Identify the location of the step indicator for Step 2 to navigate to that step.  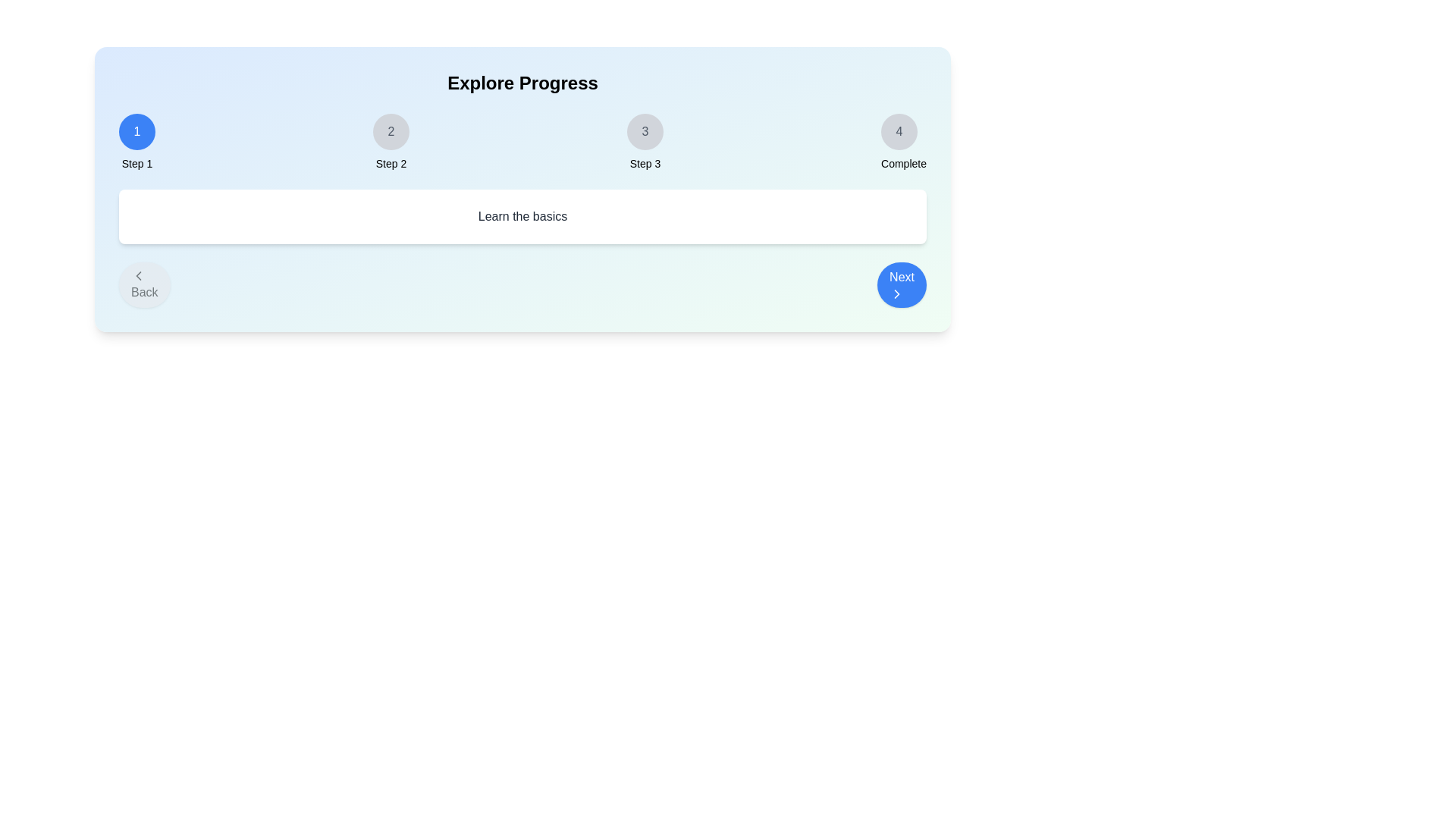
(391, 130).